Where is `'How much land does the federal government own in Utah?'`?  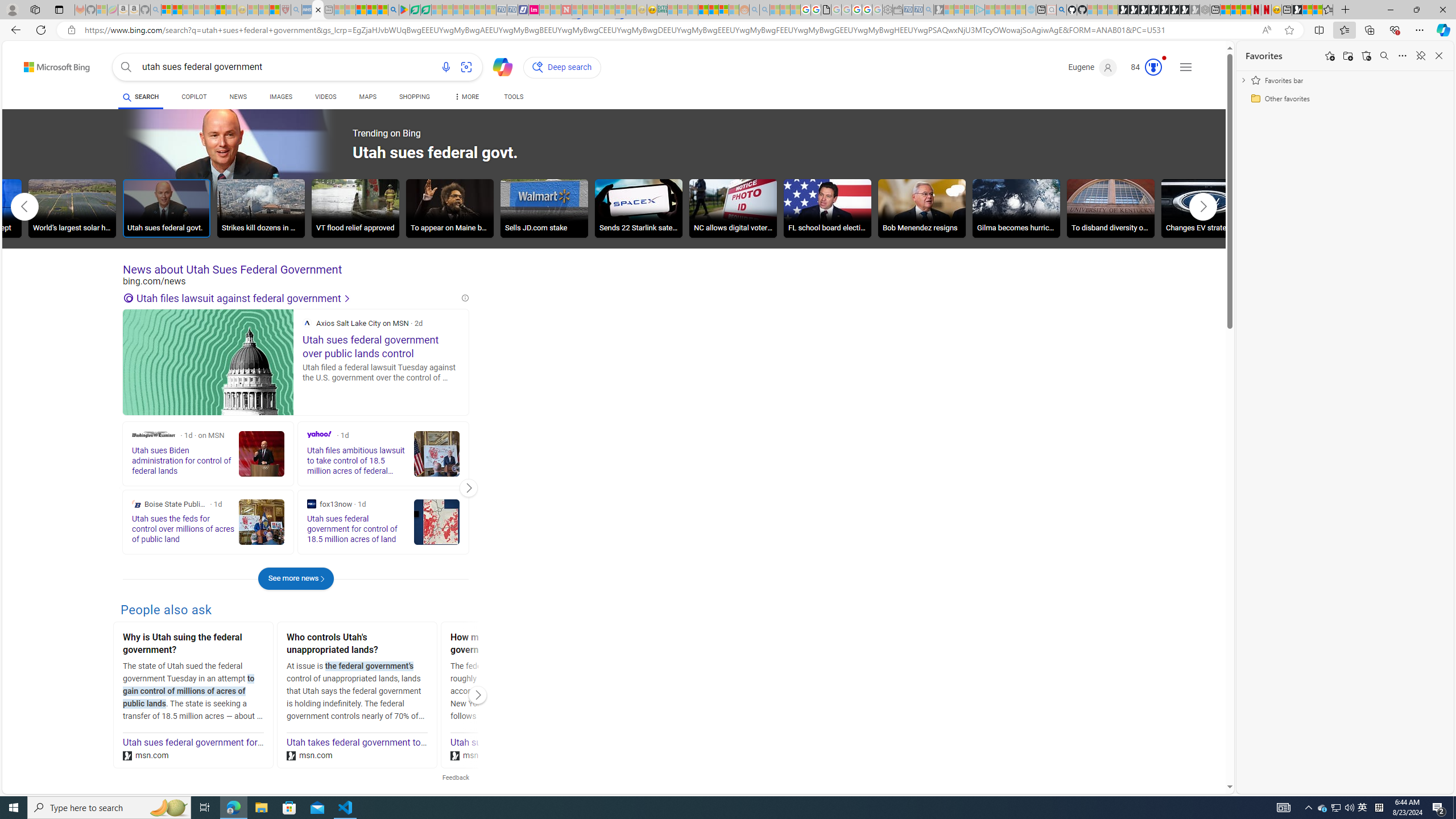 'How much land does the federal government own in Utah?' is located at coordinates (520, 644).